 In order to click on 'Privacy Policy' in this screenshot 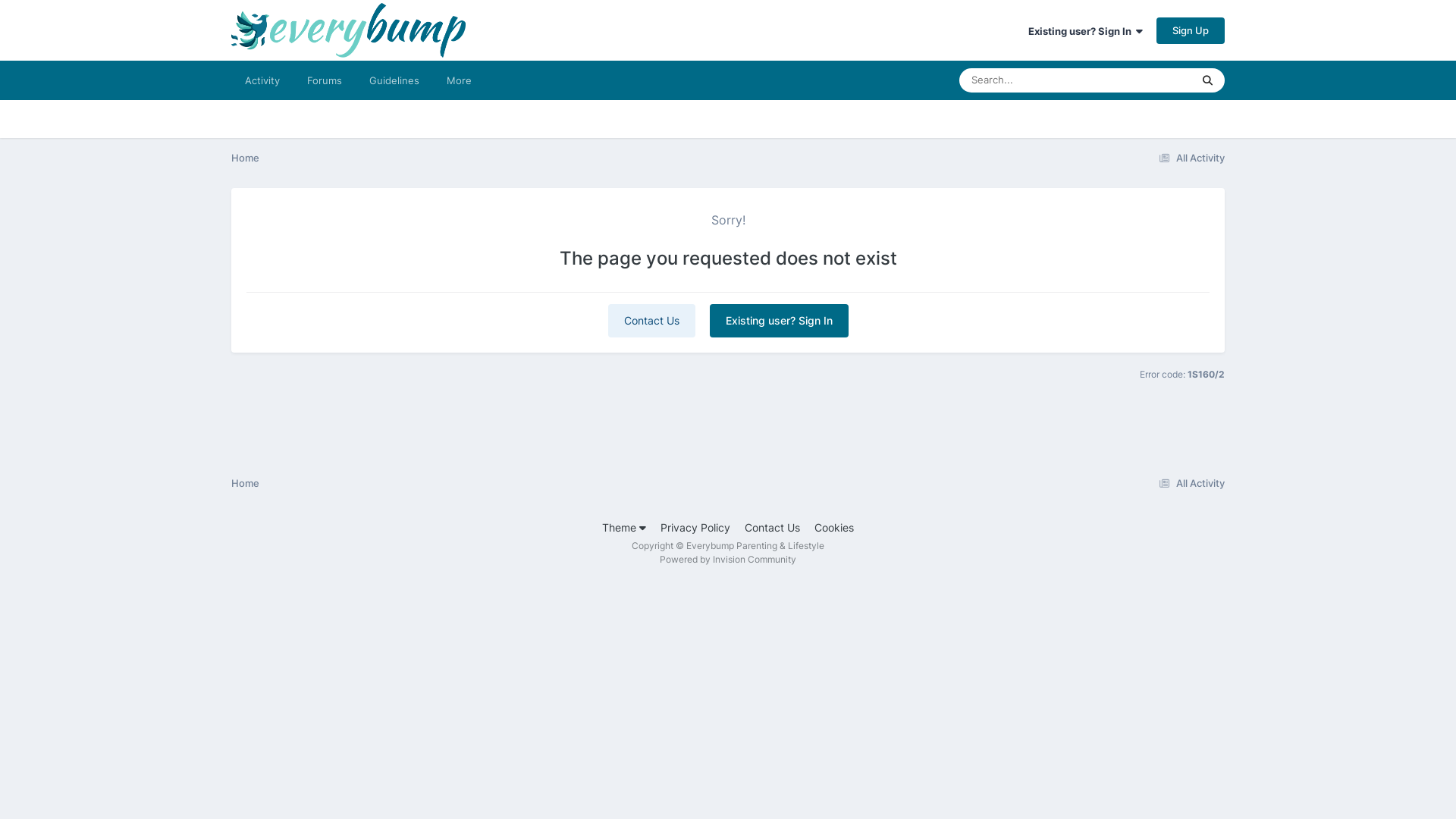, I will do `click(660, 526)`.